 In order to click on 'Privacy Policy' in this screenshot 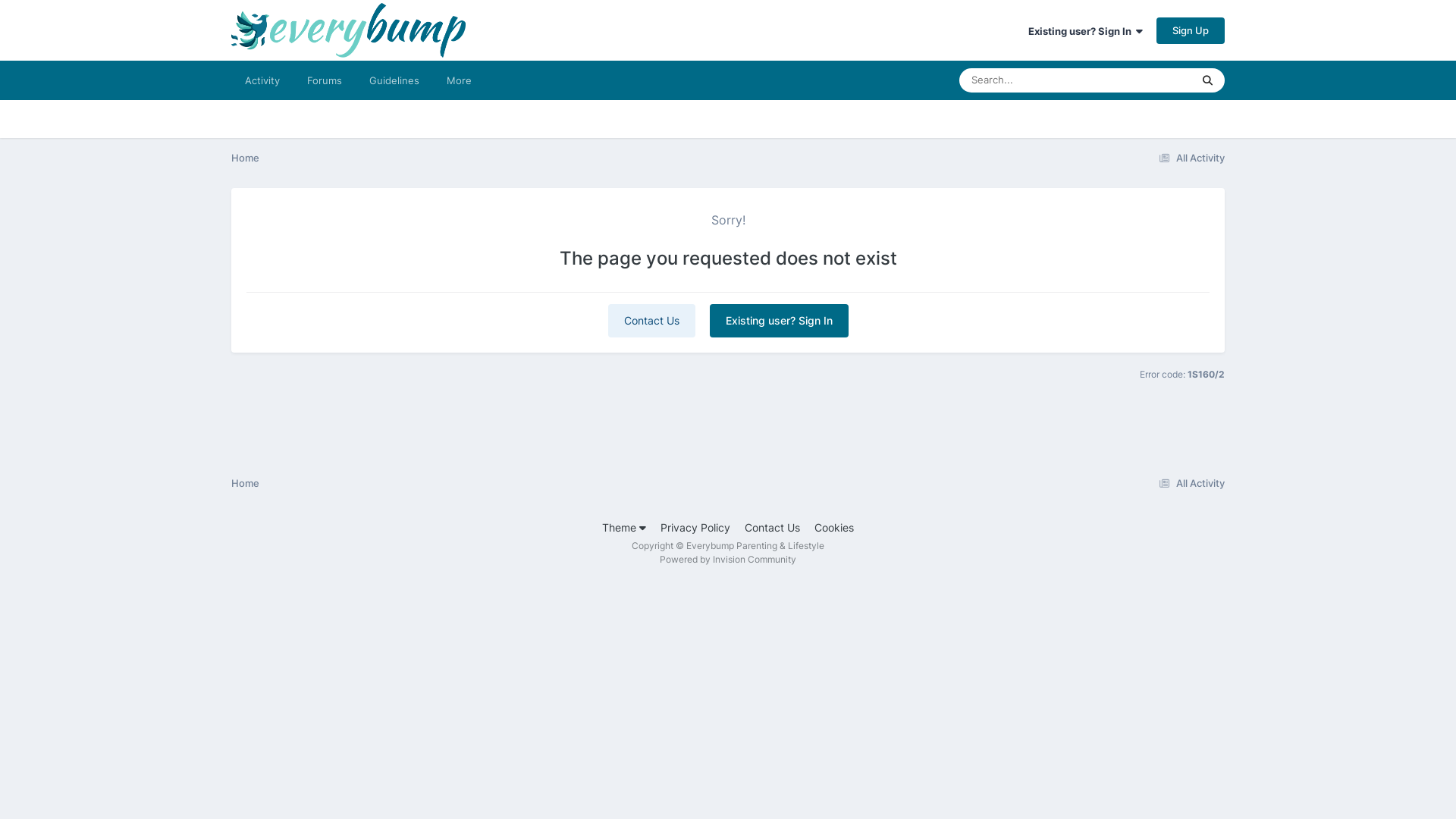, I will do `click(660, 526)`.